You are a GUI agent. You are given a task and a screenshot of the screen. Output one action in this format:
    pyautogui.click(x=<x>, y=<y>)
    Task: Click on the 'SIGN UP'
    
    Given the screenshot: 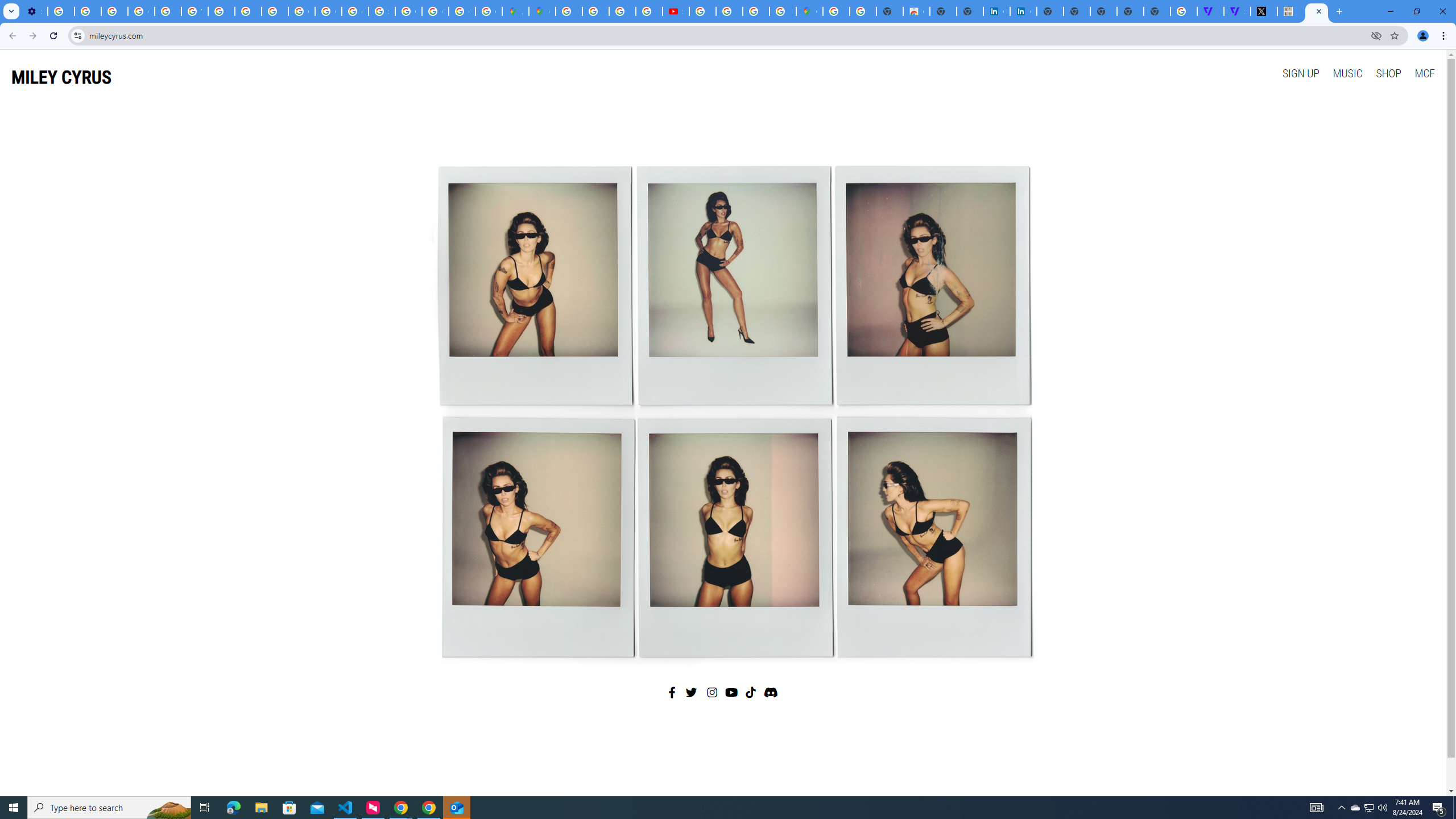 What is the action you would take?
    pyautogui.click(x=1300, y=72)
    